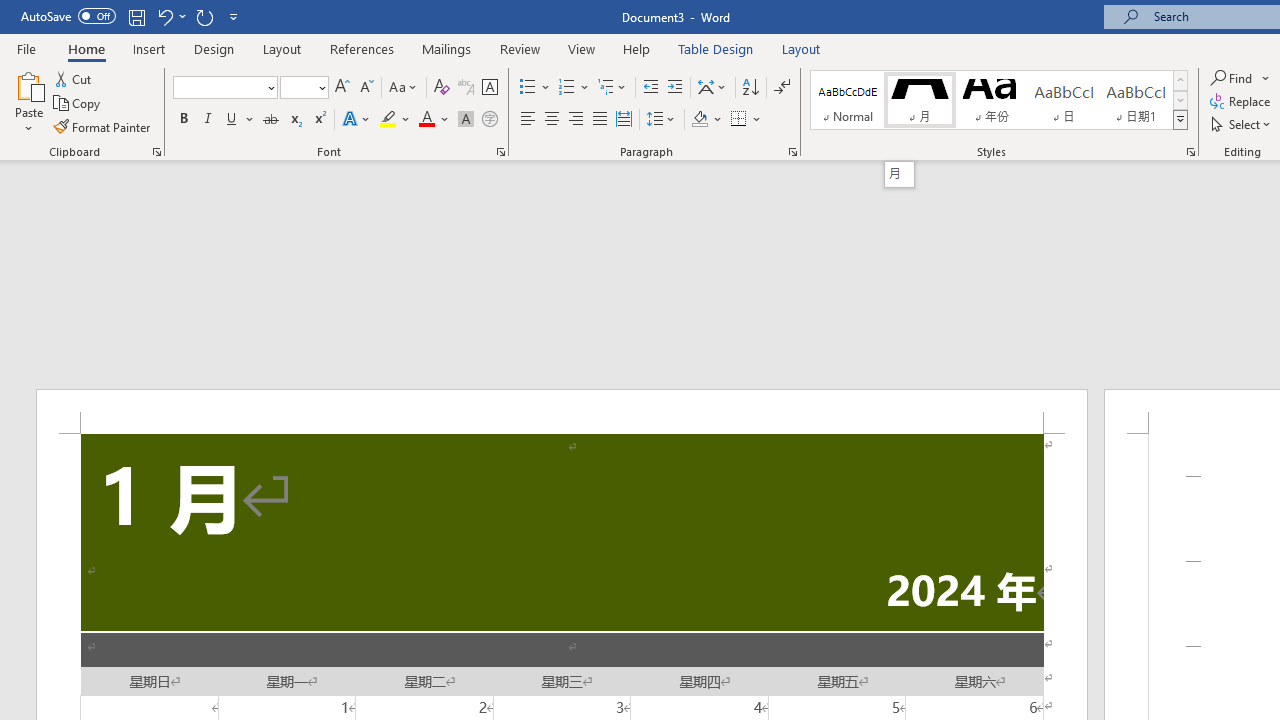 This screenshot has width=1280, height=720. What do you see at coordinates (712, 86) in the screenshot?
I see `'Asian Layout'` at bounding box center [712, 86].